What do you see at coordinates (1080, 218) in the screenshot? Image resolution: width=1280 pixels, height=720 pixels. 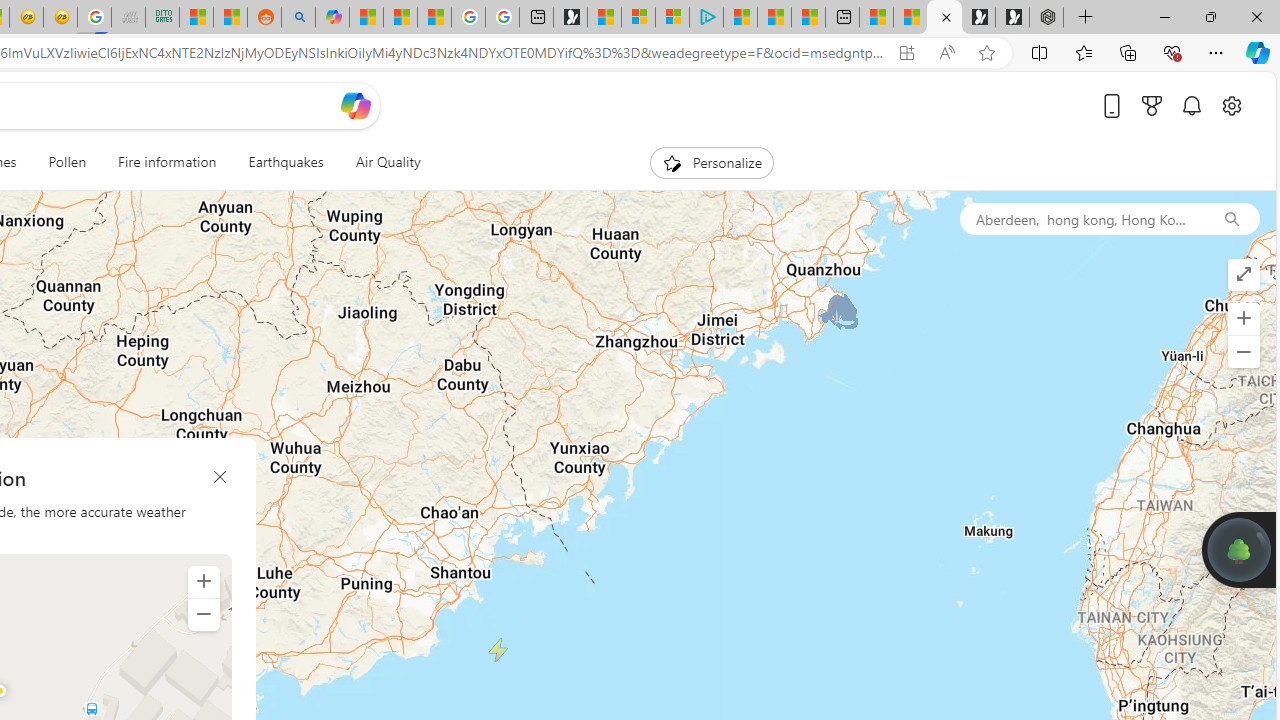 I see `'Aberdeen, hong kong, Hong Kong SAR'` at bounding box center [1080, 218].